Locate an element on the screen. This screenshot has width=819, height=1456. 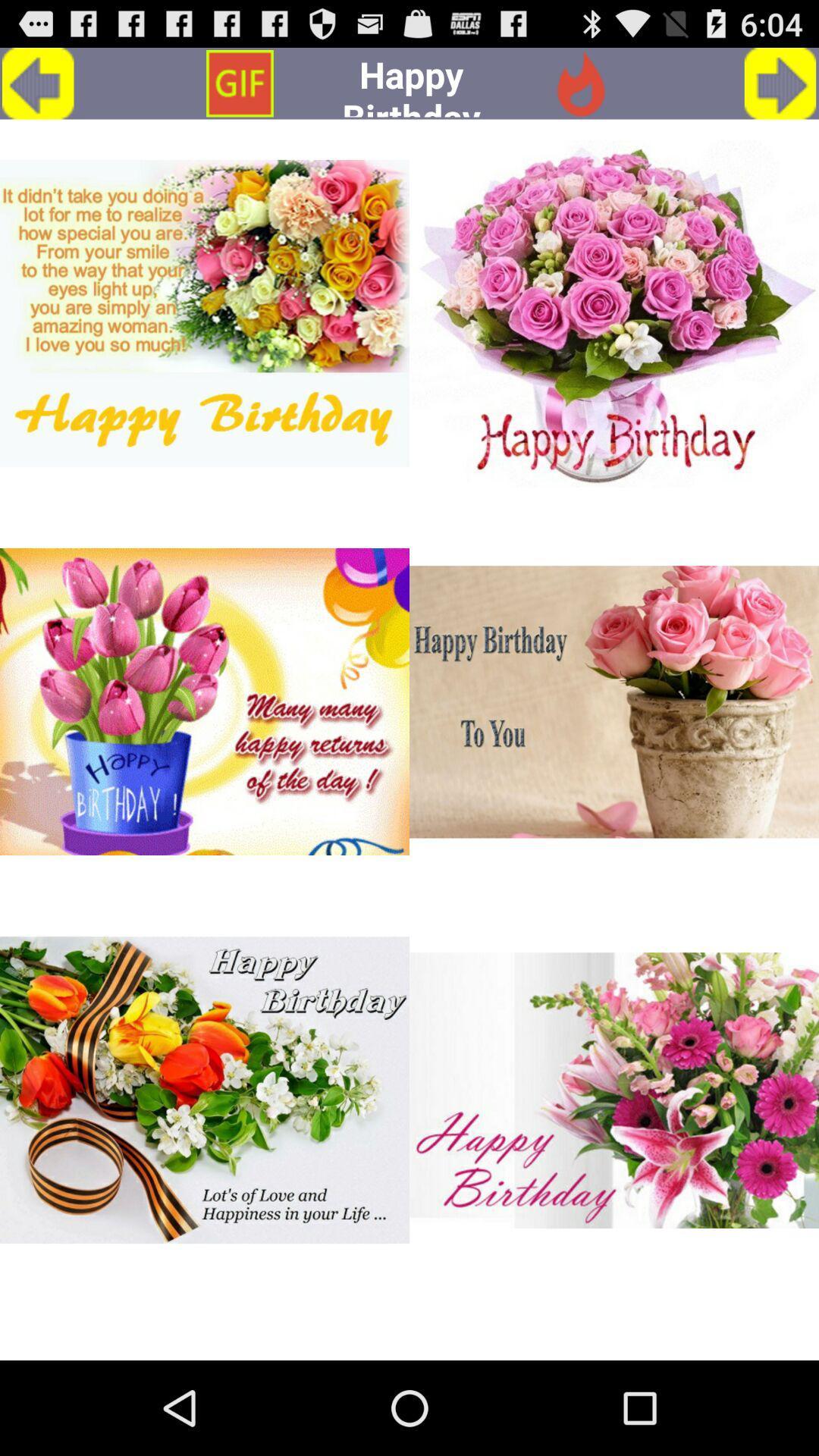
the arrow_backward icon is located at coordinates (37, 89).